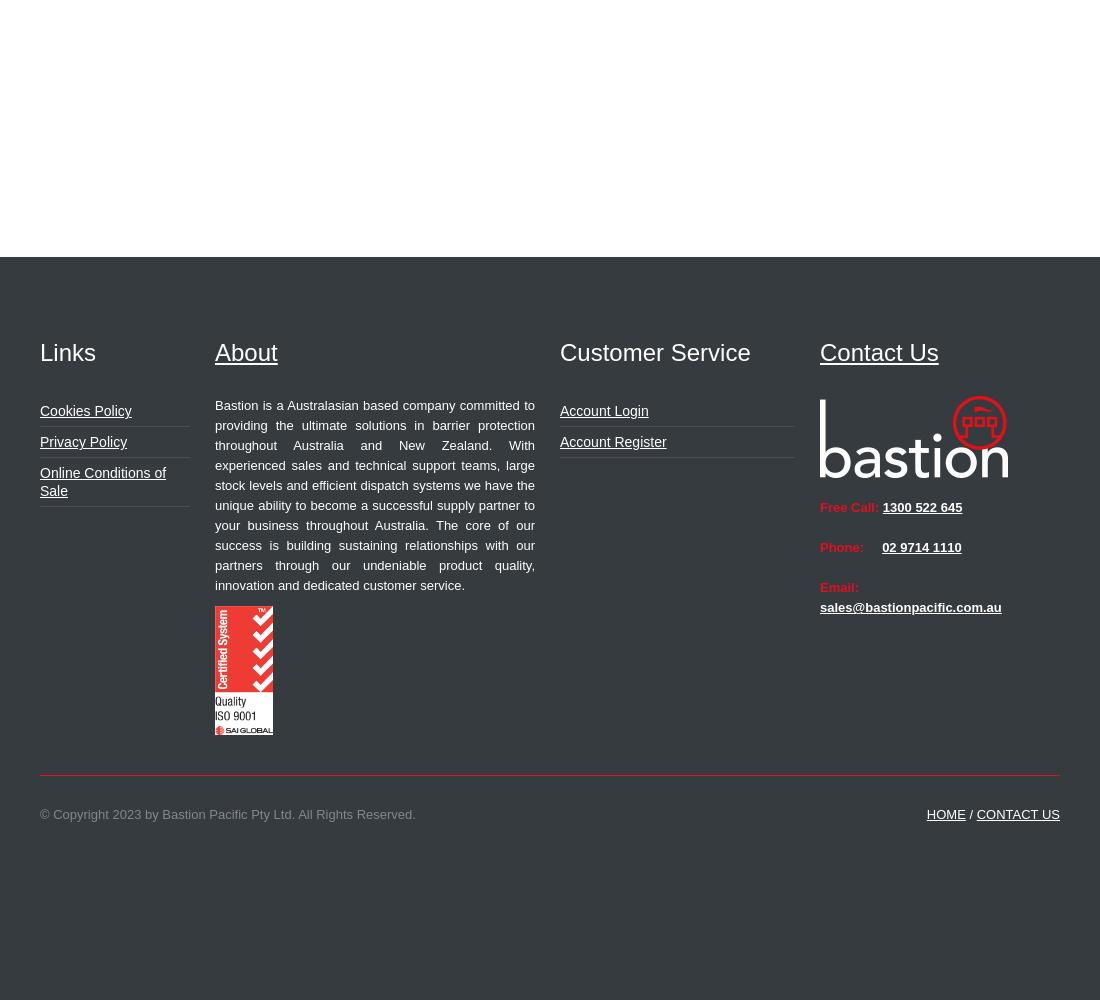  Describe the element at coordinates (66, 351) in the screenshot. I see `'Links'` at that location.